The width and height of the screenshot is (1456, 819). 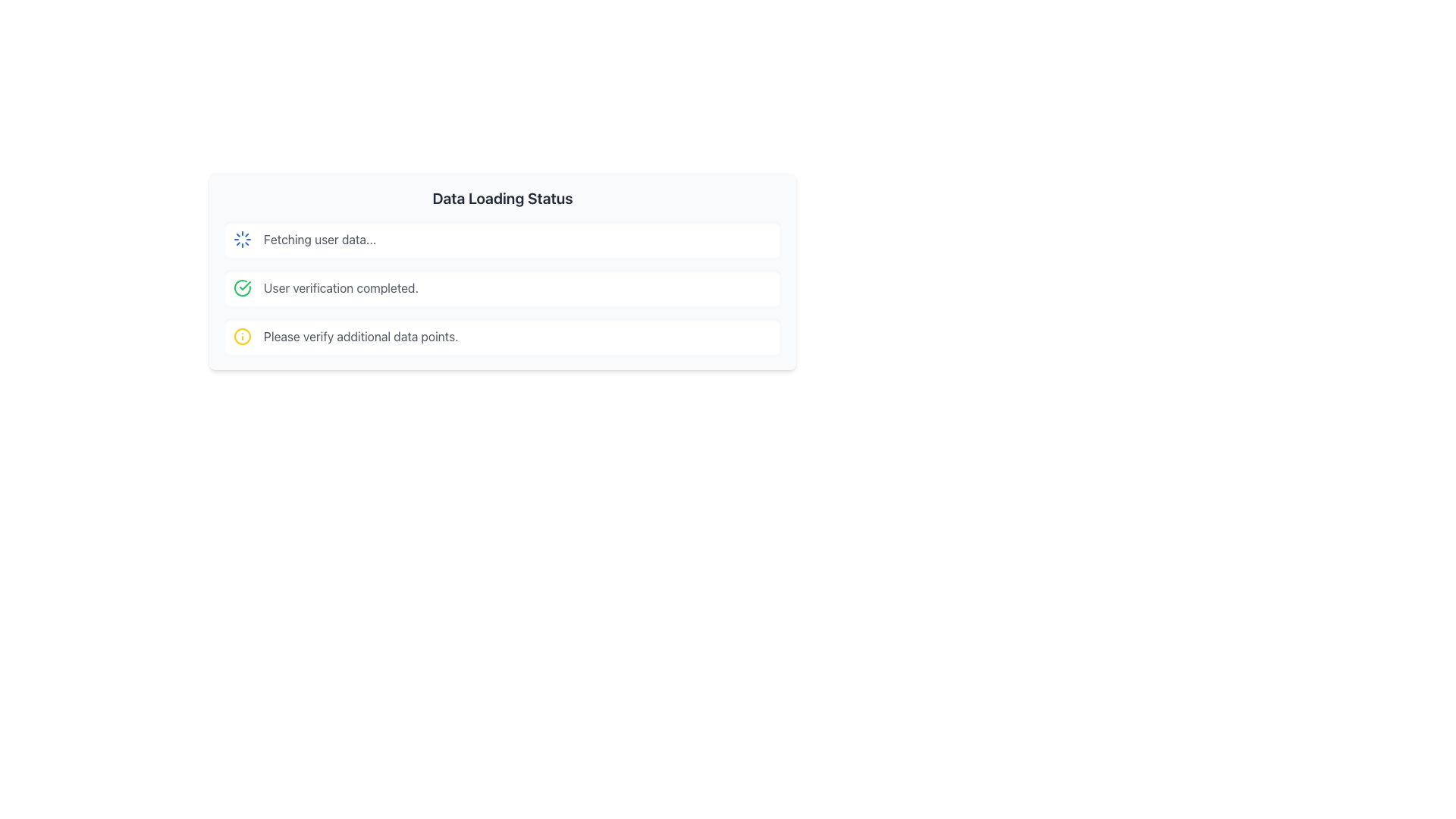 I want to click on the semi-circle part of the SVG icon representing a circular checkmark, which is styled with a green stroke and indicates user verification completed, so click(x=243, y=288).